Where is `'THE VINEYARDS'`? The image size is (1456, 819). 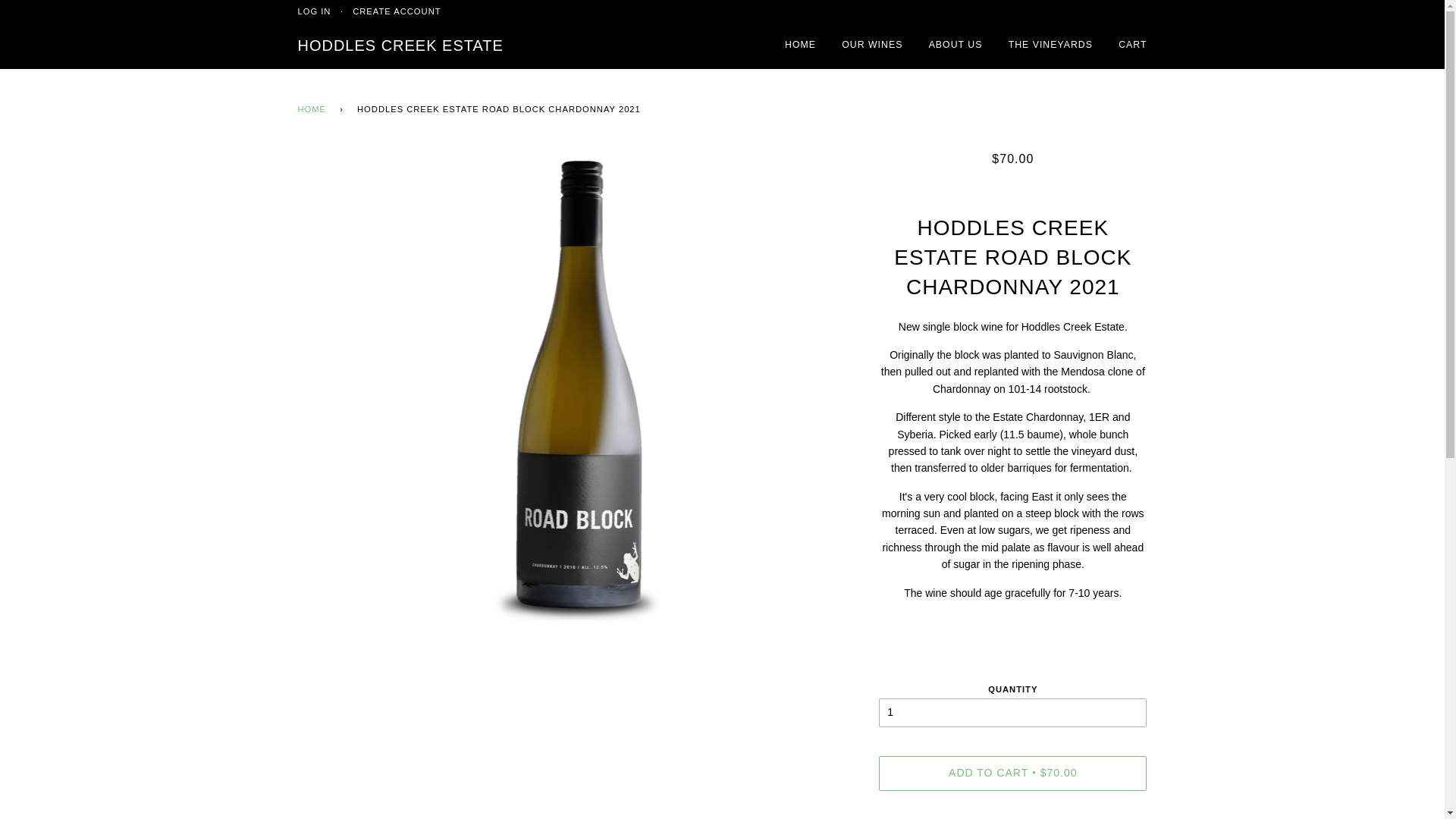
'THE VINEYARDS' is located at coordinates (1050, 45).